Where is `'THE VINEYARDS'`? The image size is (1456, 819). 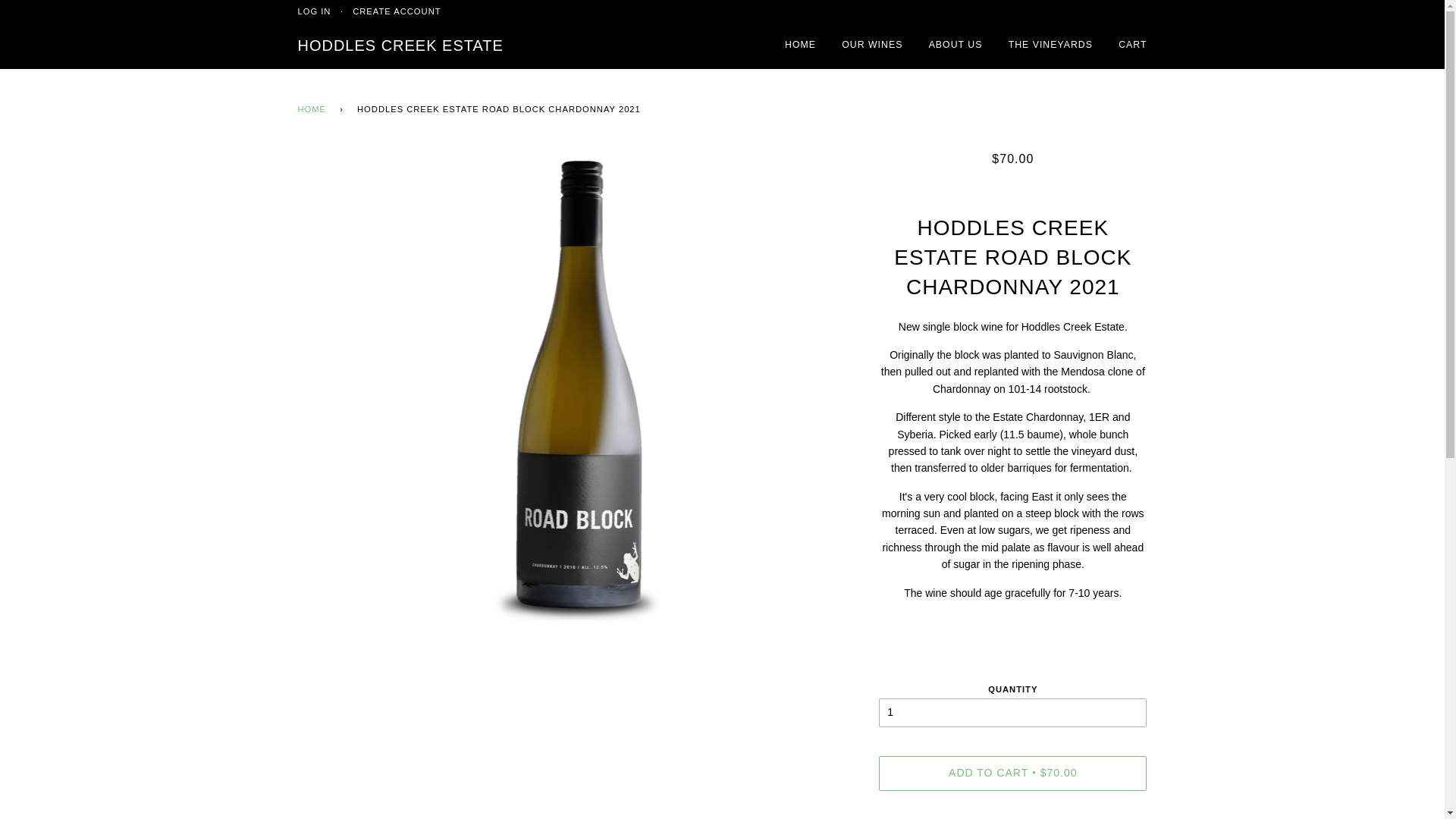
'THE VINEYARDS' is located at coordinates (1050, 45).